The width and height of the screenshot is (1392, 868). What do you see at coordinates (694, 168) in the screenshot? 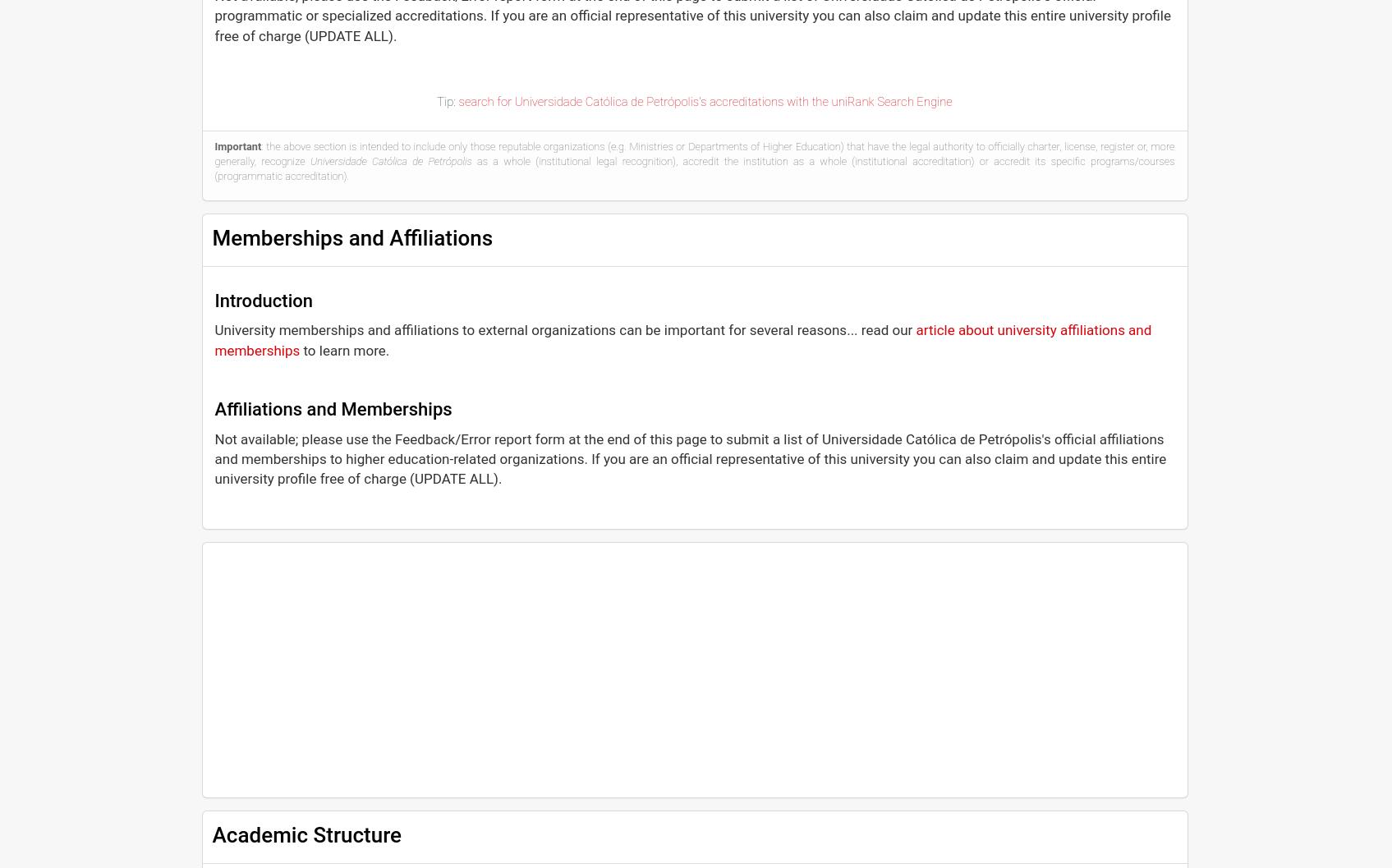
I see `'as a whole (institutional legal recognition), accredit the institution as a whole (institutional accreditation) or accredit its specific programs/courses (programmatic accreditation).'` at bounding box center [694, 168].